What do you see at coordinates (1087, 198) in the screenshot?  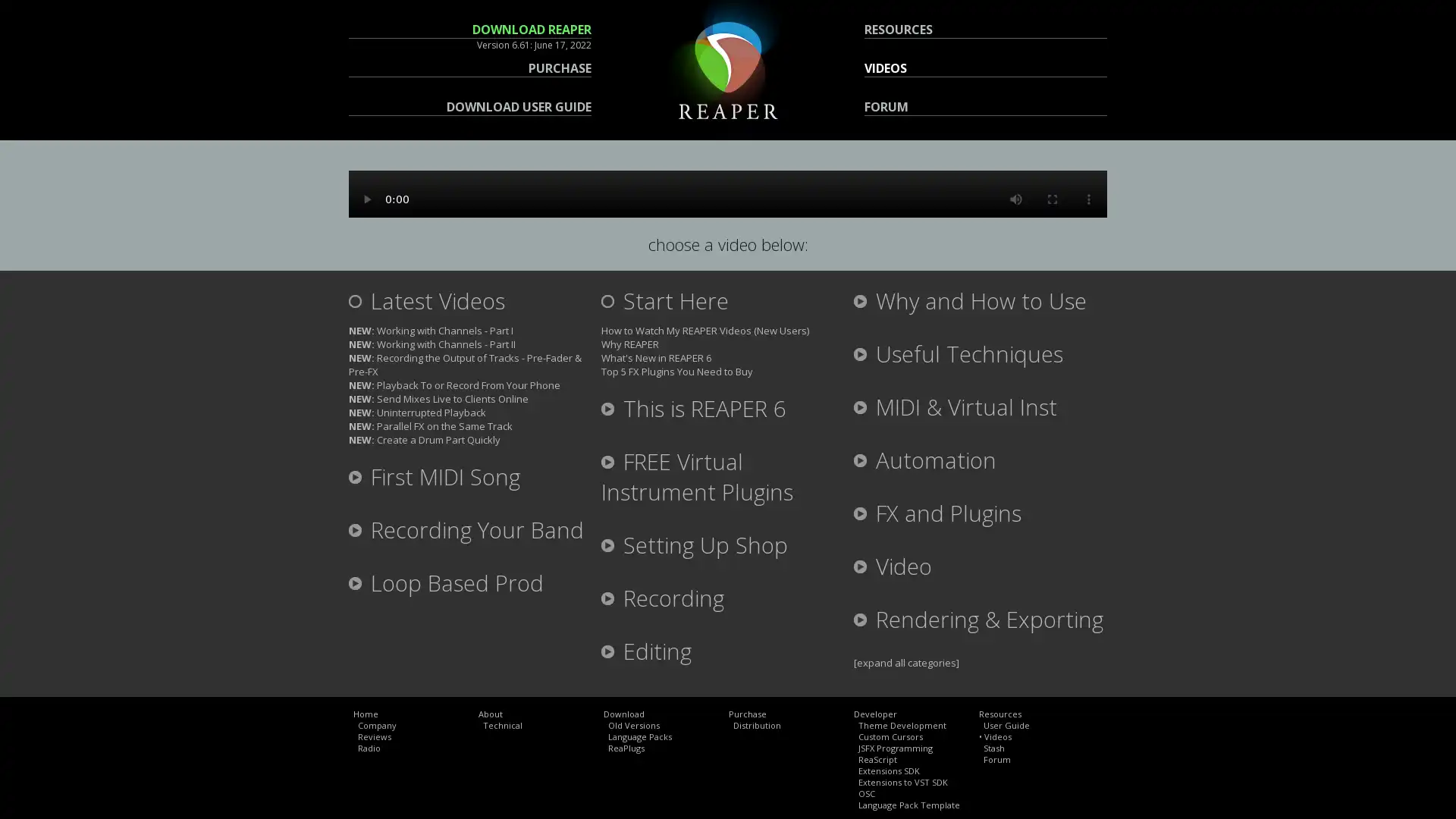 I see `show more media controls` at bounding box center [1087, 198].